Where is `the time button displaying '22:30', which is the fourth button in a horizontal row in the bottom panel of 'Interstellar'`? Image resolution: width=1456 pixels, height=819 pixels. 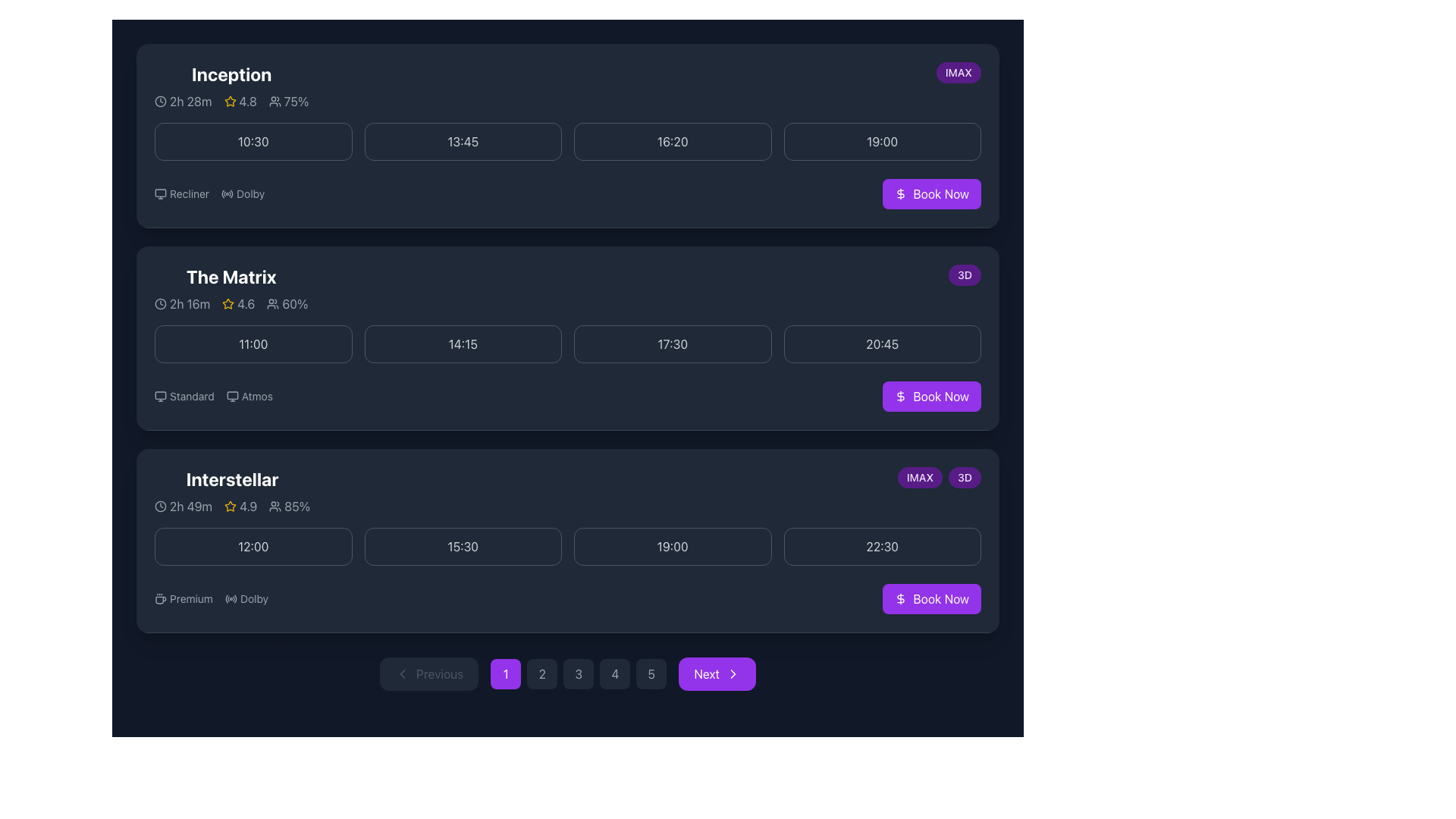
the time button displaying '22:30', which is the fourth button in a horizontal row in the bottom panel of 'Interstellar' is located at coordinates (882, 547).